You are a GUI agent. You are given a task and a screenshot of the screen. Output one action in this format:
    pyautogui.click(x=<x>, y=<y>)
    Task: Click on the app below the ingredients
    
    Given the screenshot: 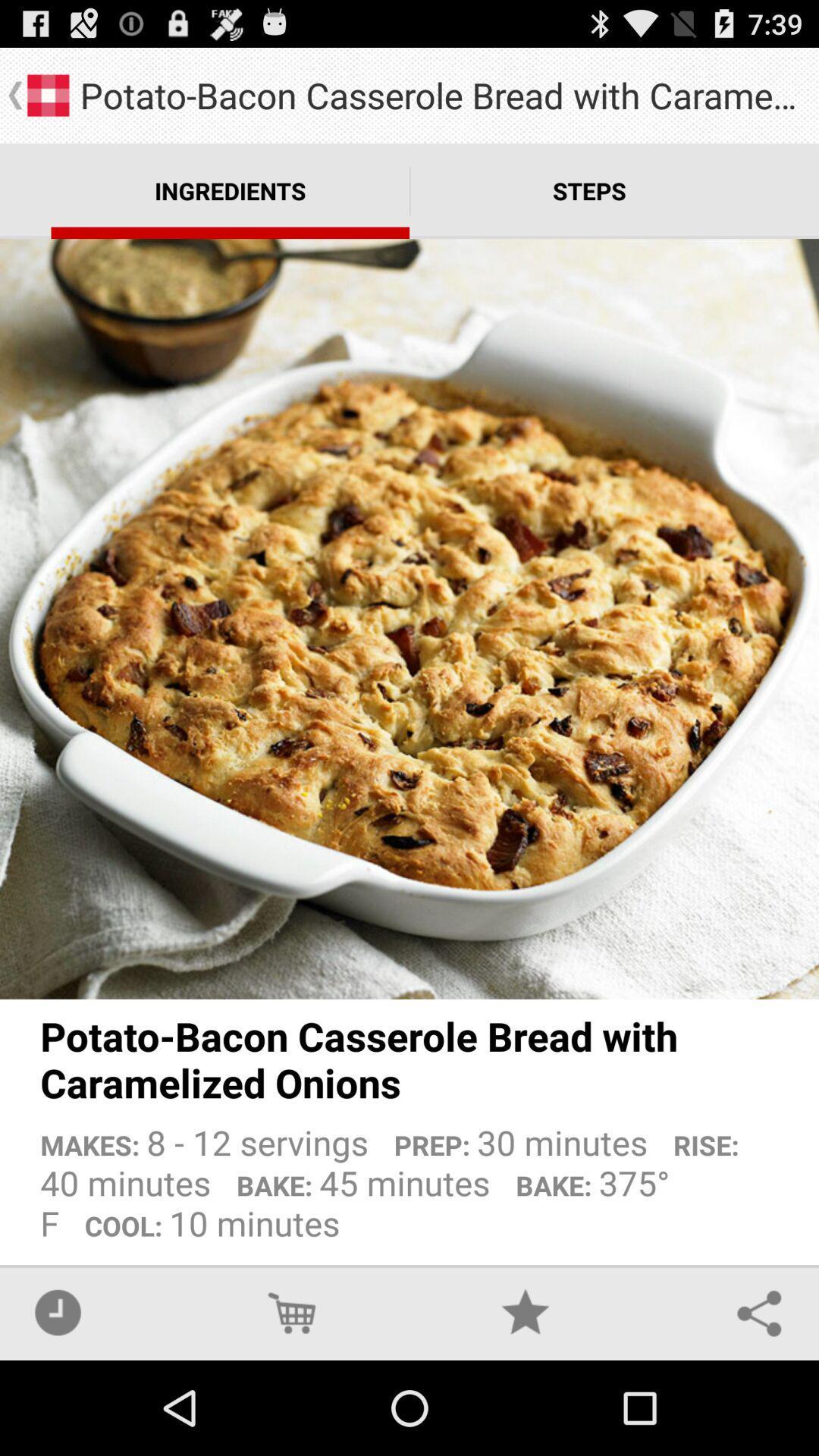 What is the action you would take?
    pyautogui.click(x=409, y=619)
    